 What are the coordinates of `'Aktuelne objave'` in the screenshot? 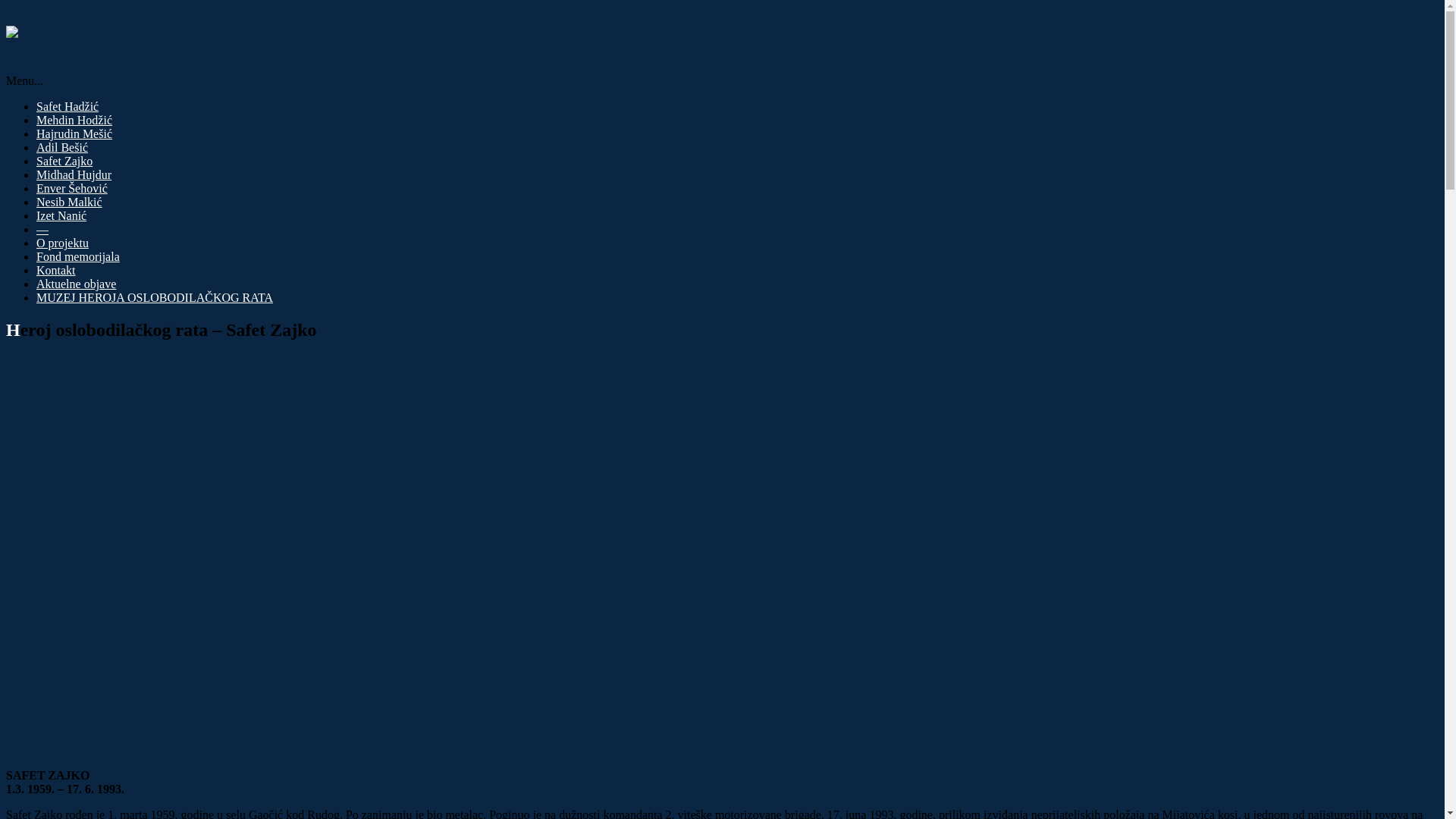 It's located at (36, 284).